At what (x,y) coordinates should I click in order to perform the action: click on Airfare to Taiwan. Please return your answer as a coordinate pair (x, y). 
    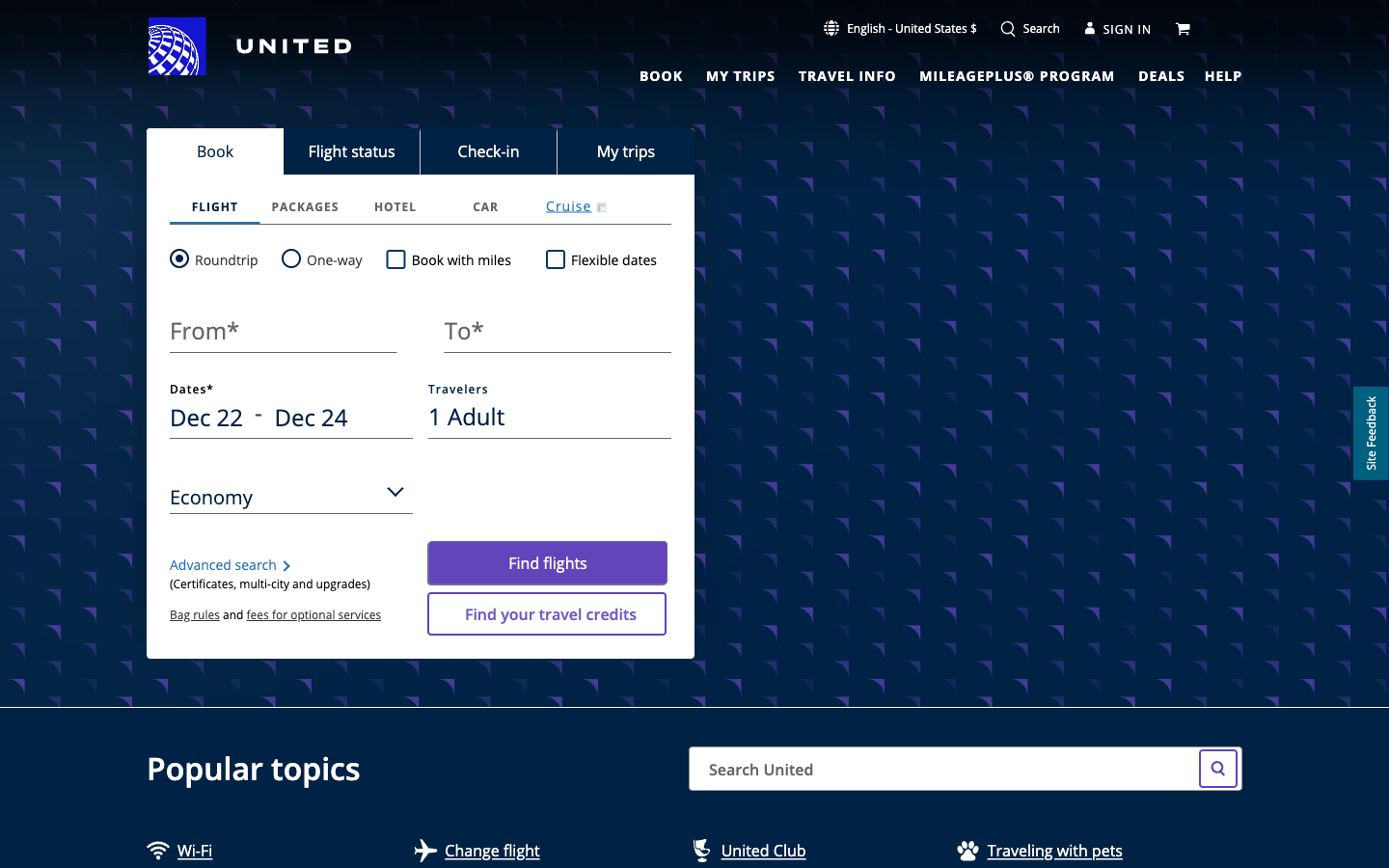
    Looking at the image, I should click on (1220, 771).